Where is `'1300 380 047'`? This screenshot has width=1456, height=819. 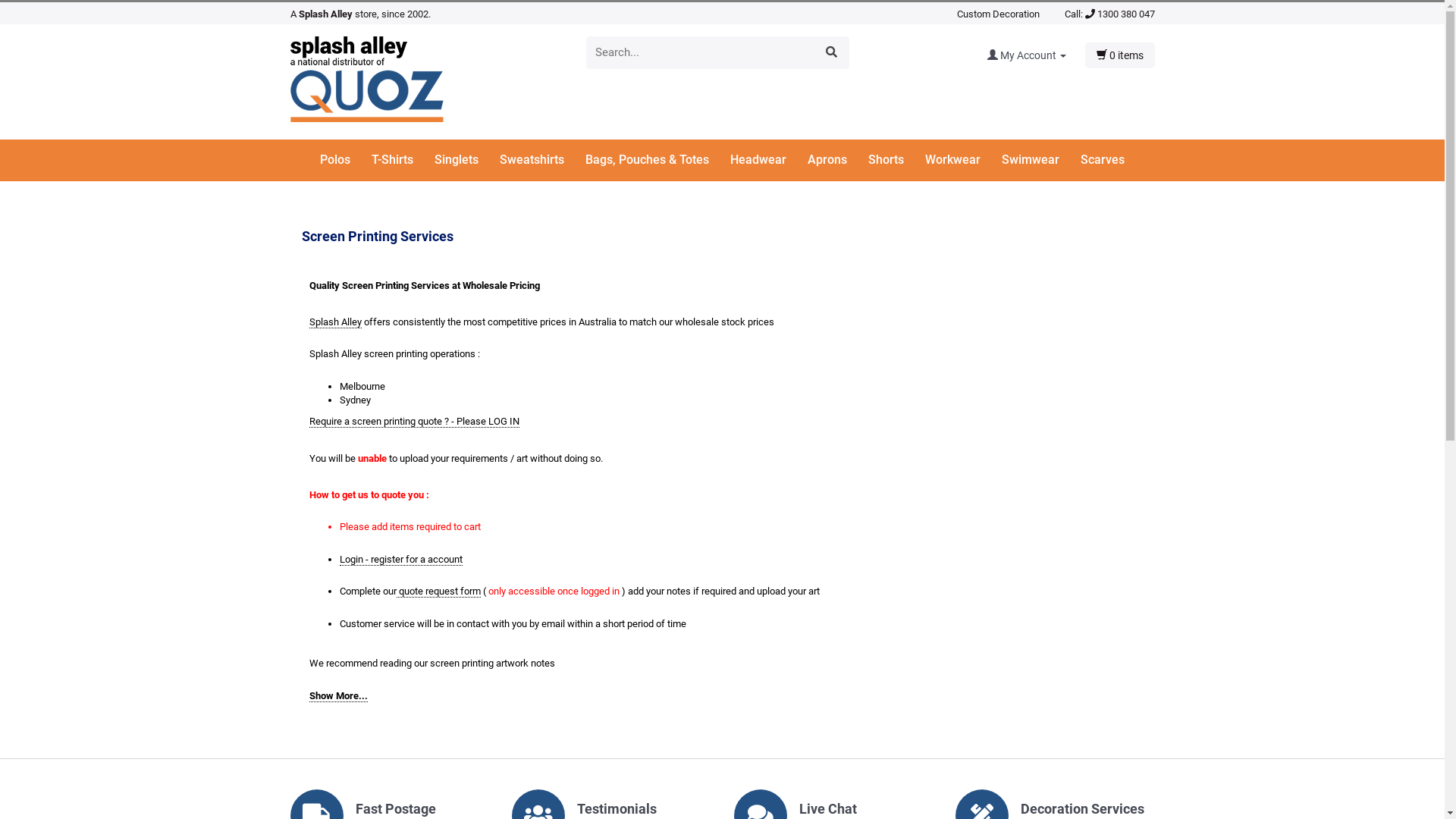
'1300 380 047' is located at coordinates (1119, 14).